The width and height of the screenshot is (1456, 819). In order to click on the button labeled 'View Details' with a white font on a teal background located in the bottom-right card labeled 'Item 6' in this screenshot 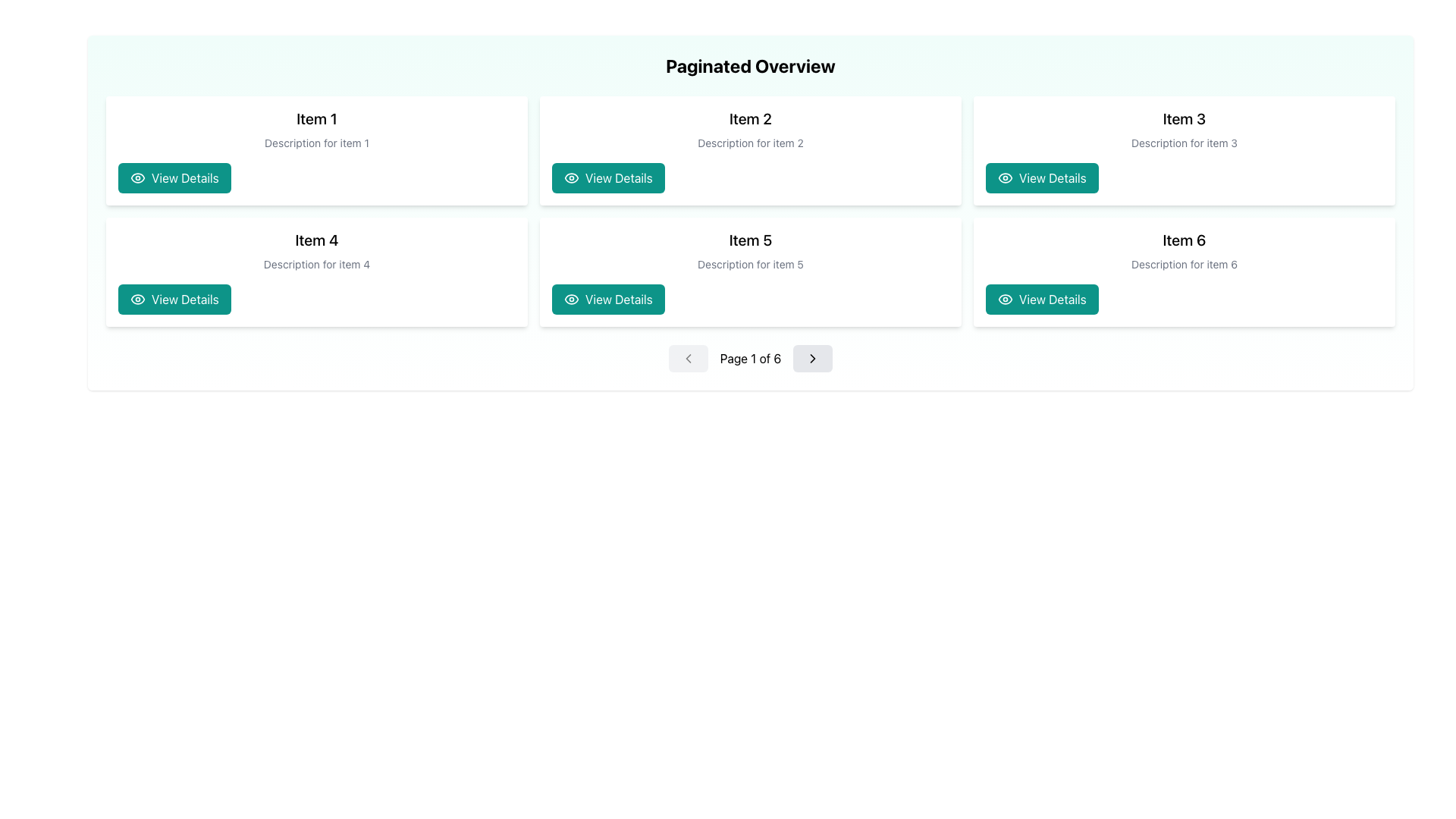, I will do `click(1051, 299)`.